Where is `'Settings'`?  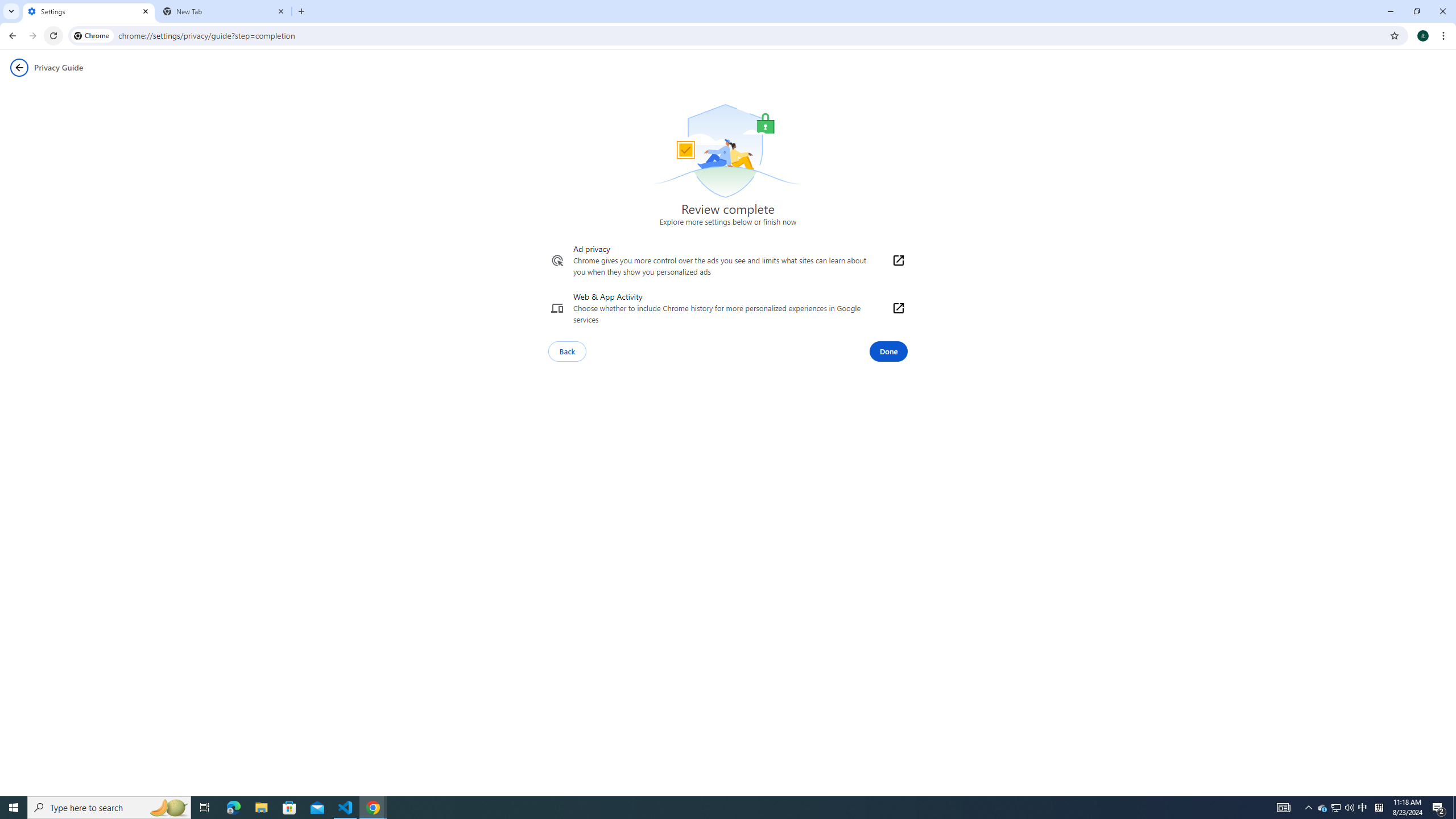
'Settings' is located at coordinates (88, 11).